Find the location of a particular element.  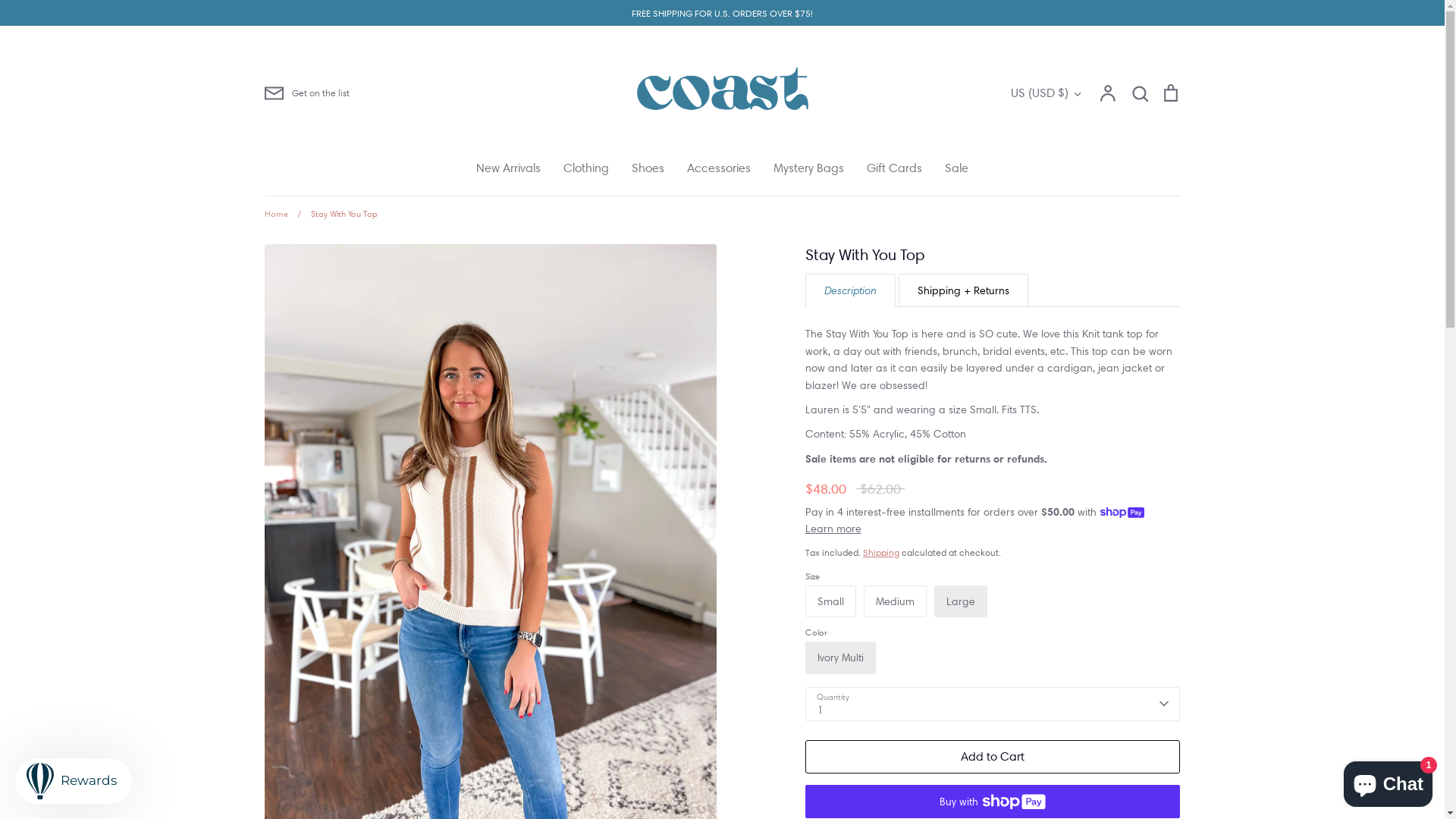

'Sale' is located at coordinates (955, 168).